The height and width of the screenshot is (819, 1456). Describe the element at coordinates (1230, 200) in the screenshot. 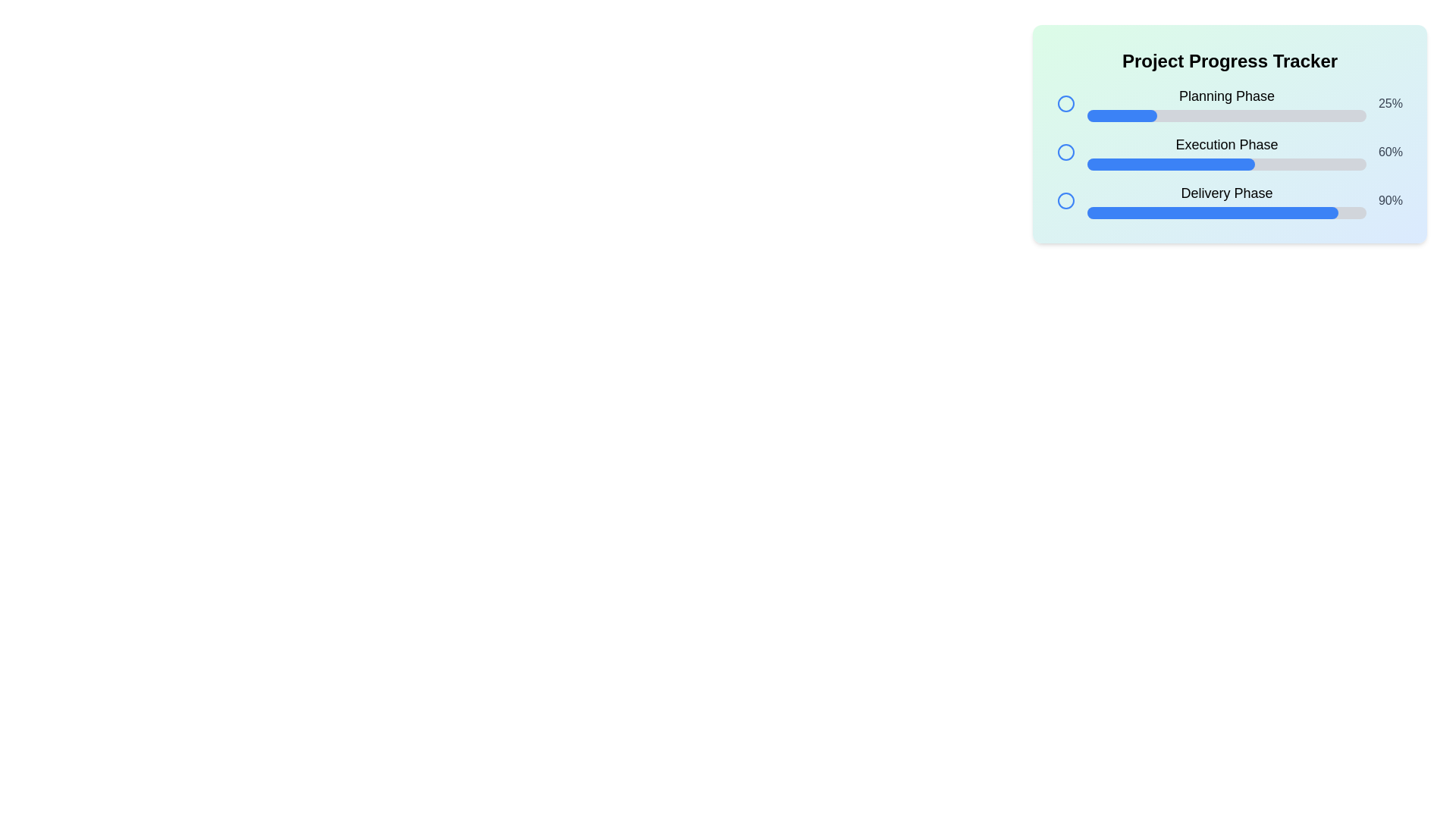

I see `the progress information for the Delivery Phase progress bar, which indicates 90% completion and is styled with rounded edges and a blue filled portion` at that location.